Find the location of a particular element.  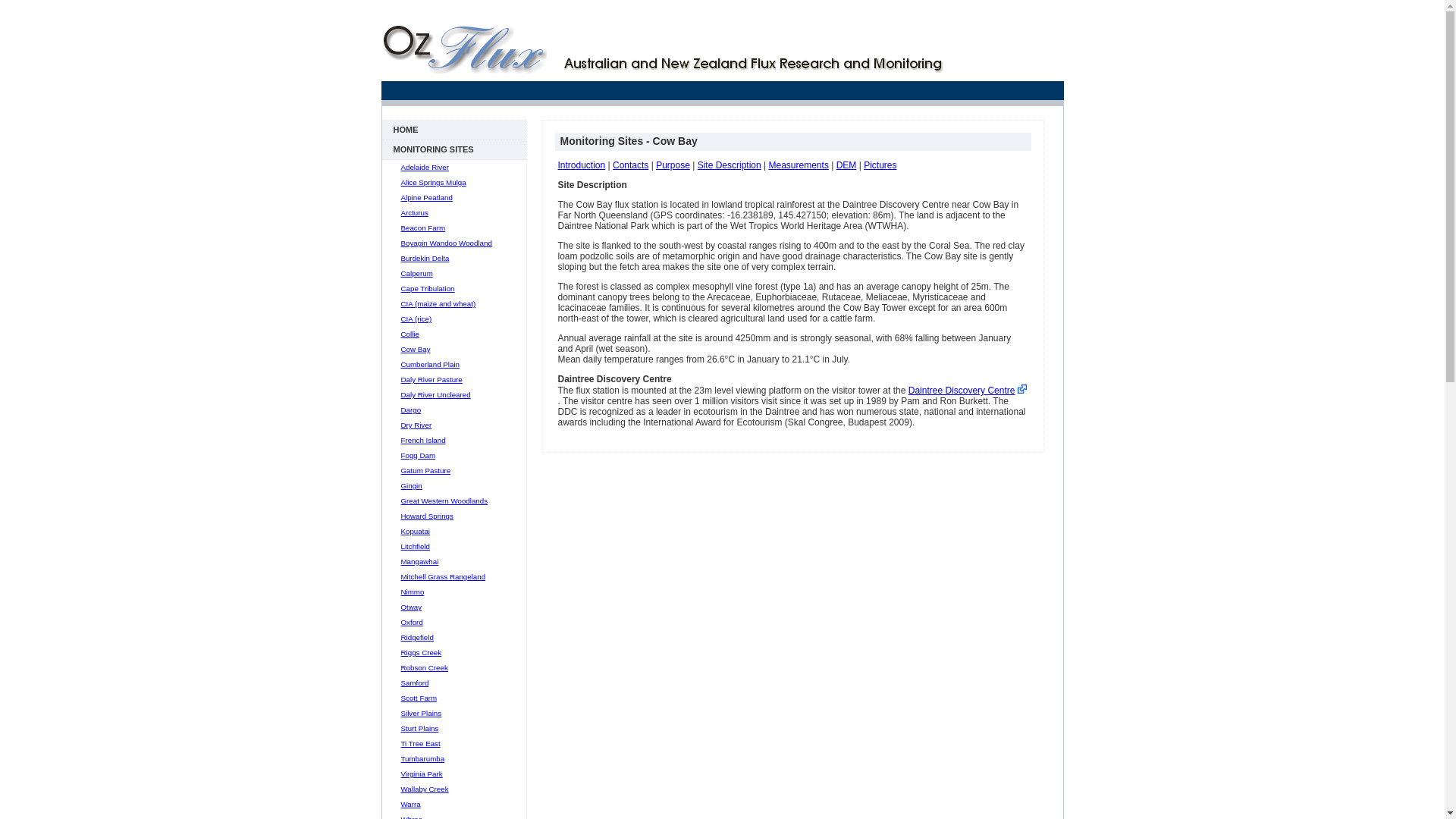

'Kopuatai' is located at coordinates (415, 530).